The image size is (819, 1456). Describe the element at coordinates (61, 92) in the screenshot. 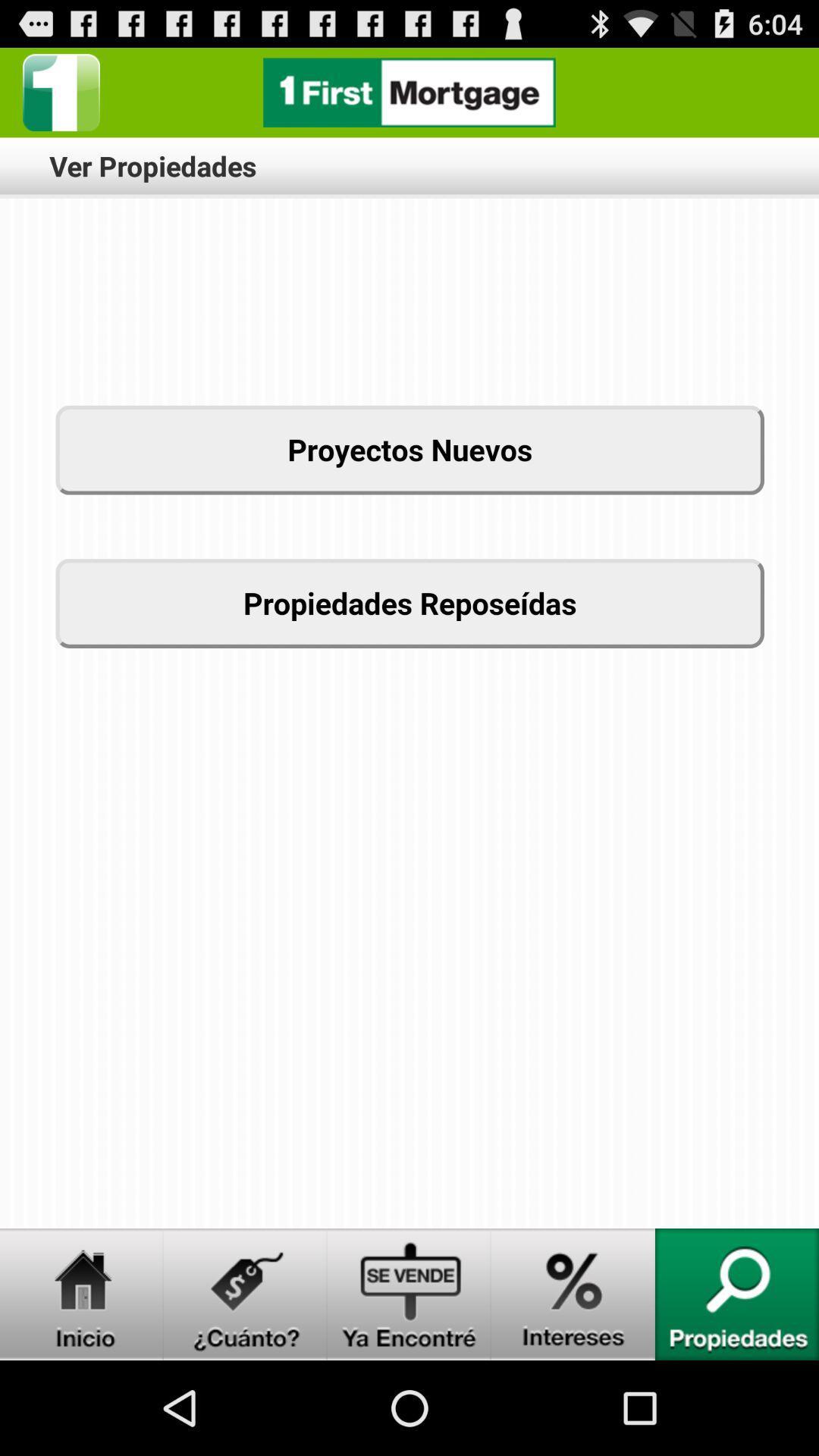

I see `home page` at that location.